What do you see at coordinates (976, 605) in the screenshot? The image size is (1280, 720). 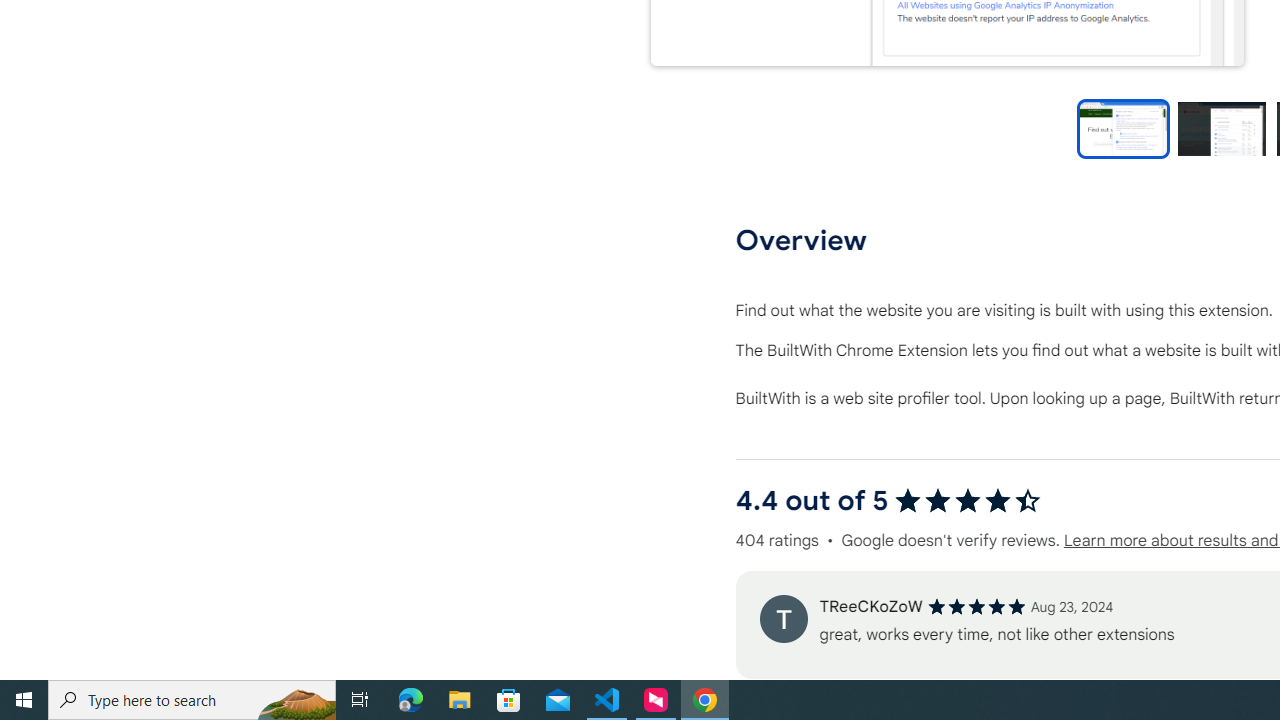 I see `'5 out of 5 stars'` at bounding box center [976, 605].